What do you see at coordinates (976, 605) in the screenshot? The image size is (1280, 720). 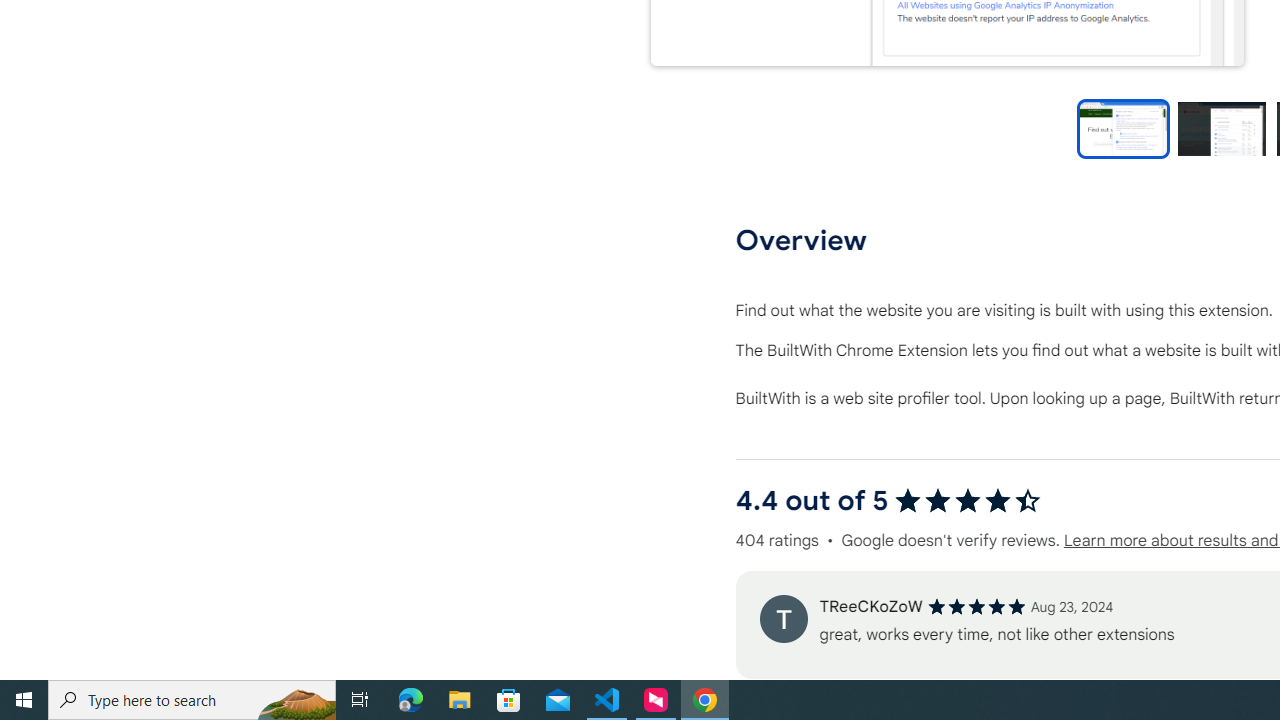 I see `'5 out of 5 stars'` at bounding box center [976, 605].